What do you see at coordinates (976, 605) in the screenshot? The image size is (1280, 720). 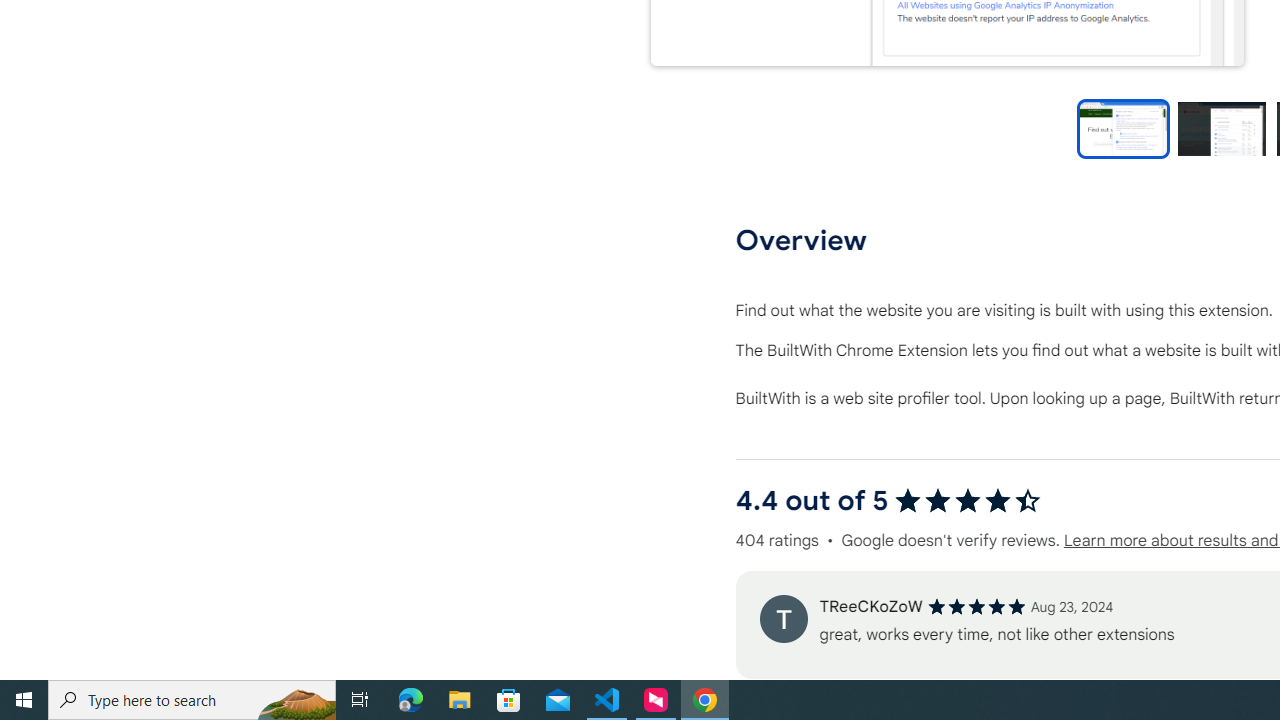 I see `'5 out of 5 stars'` at bounding box center [976, 605].